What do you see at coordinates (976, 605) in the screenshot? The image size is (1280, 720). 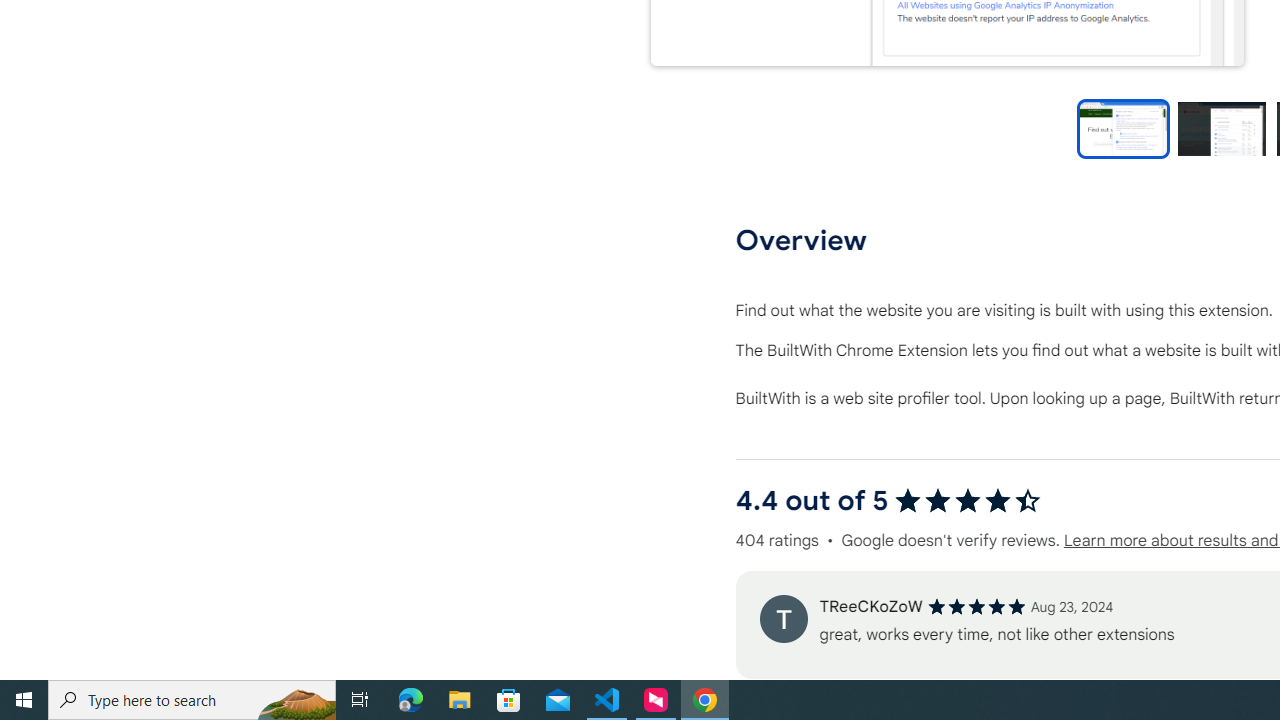 I see `'5 out of 5 stars'` at bounding box center [976, 605].